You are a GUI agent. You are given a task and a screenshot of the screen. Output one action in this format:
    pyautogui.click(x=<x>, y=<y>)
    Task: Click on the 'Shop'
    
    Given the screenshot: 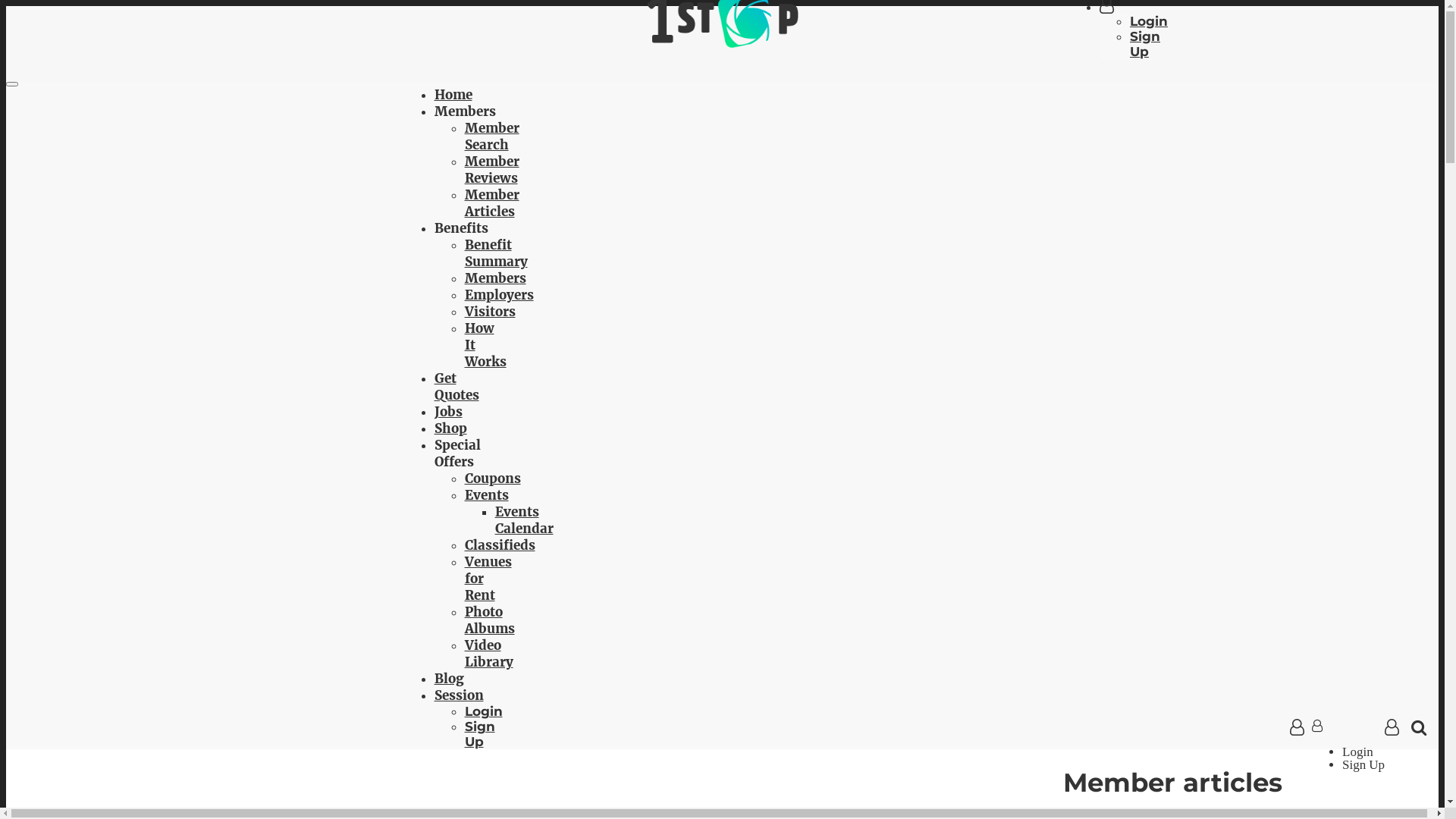 What is the action you would take?
    pyautogui.click(x=449, y=428)
    